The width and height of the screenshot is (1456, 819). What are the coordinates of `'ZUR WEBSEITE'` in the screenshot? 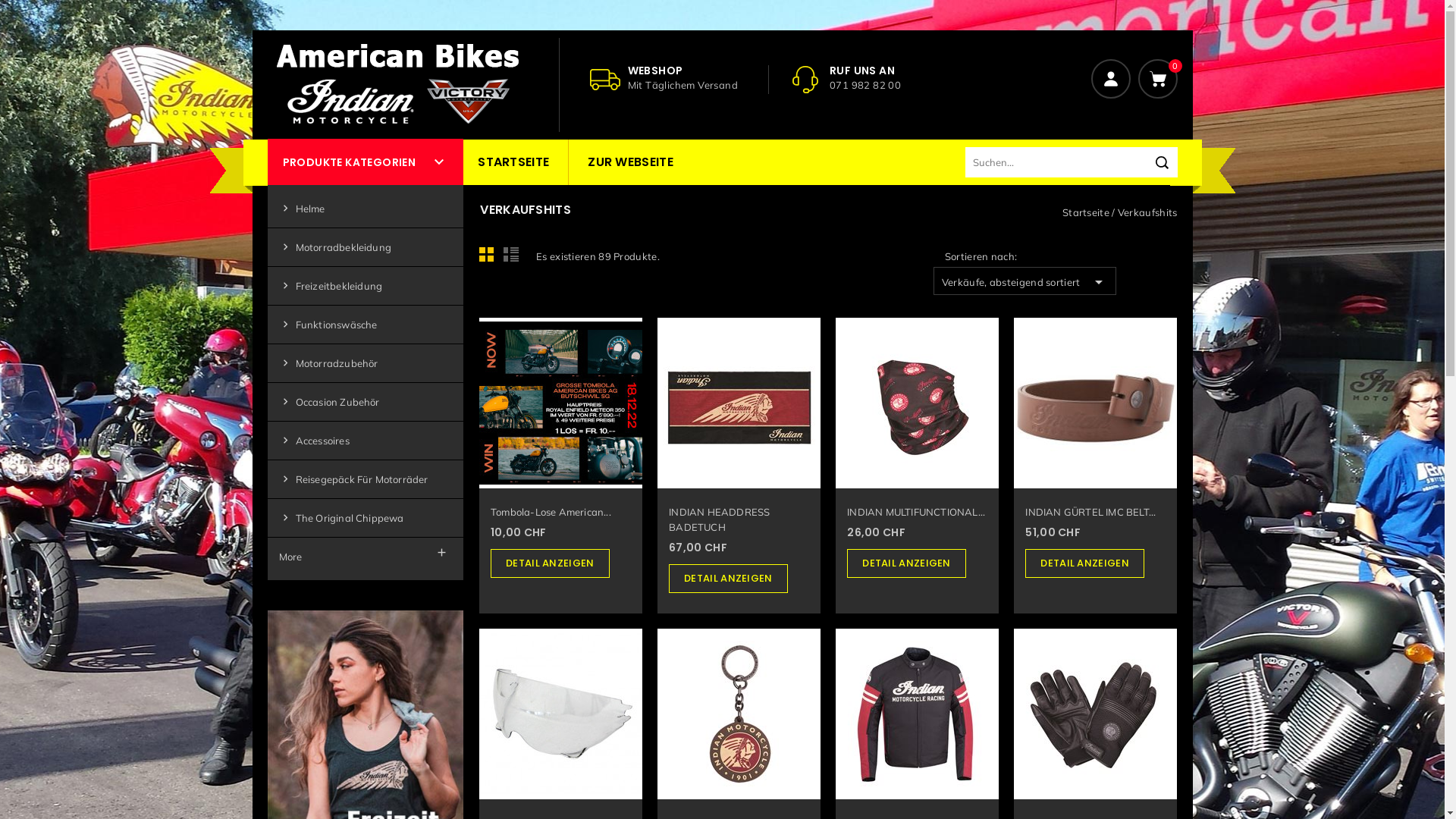 It's located at (630, 162).